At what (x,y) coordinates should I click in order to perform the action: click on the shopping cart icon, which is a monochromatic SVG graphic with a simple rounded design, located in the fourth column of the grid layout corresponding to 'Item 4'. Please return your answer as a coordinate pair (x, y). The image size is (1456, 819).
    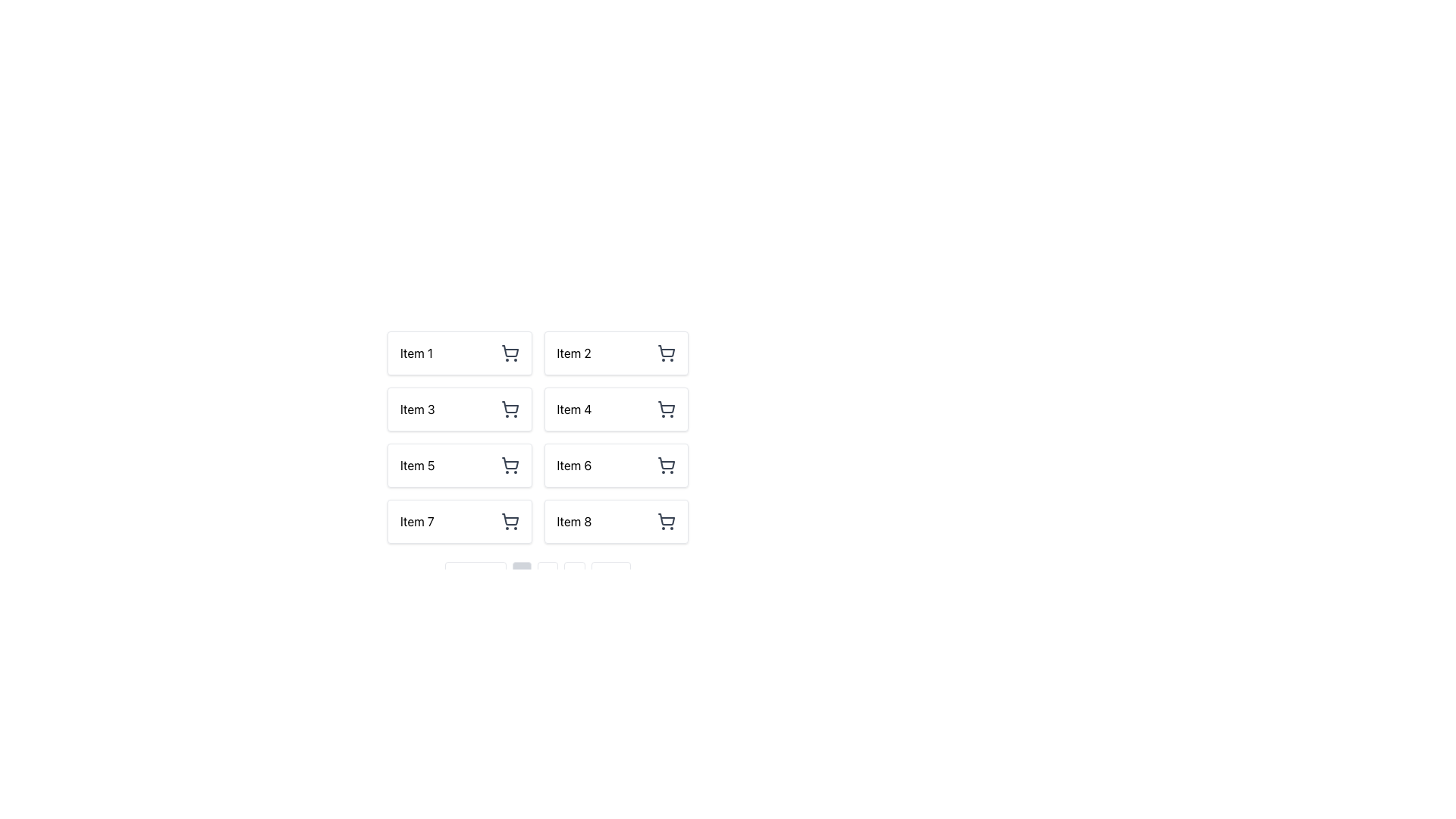
    Looking at the image, I should click on (666, 406).